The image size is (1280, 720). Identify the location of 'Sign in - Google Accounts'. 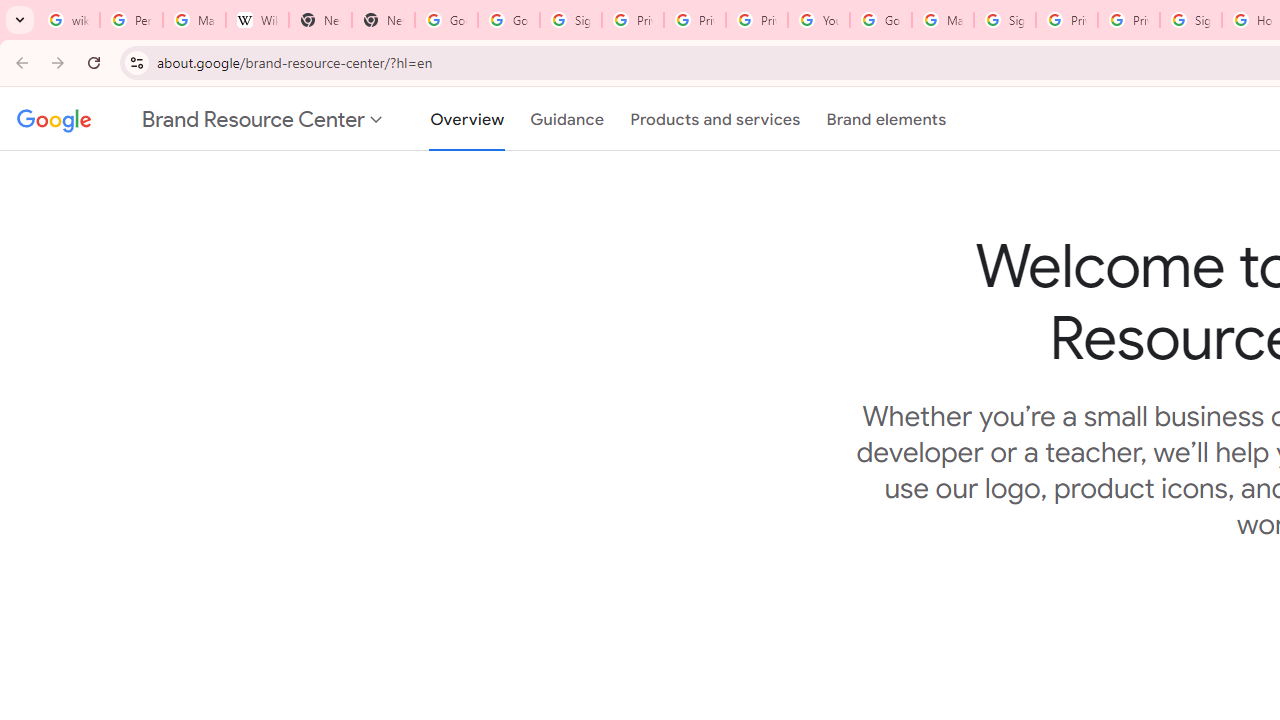
(1004, 20).